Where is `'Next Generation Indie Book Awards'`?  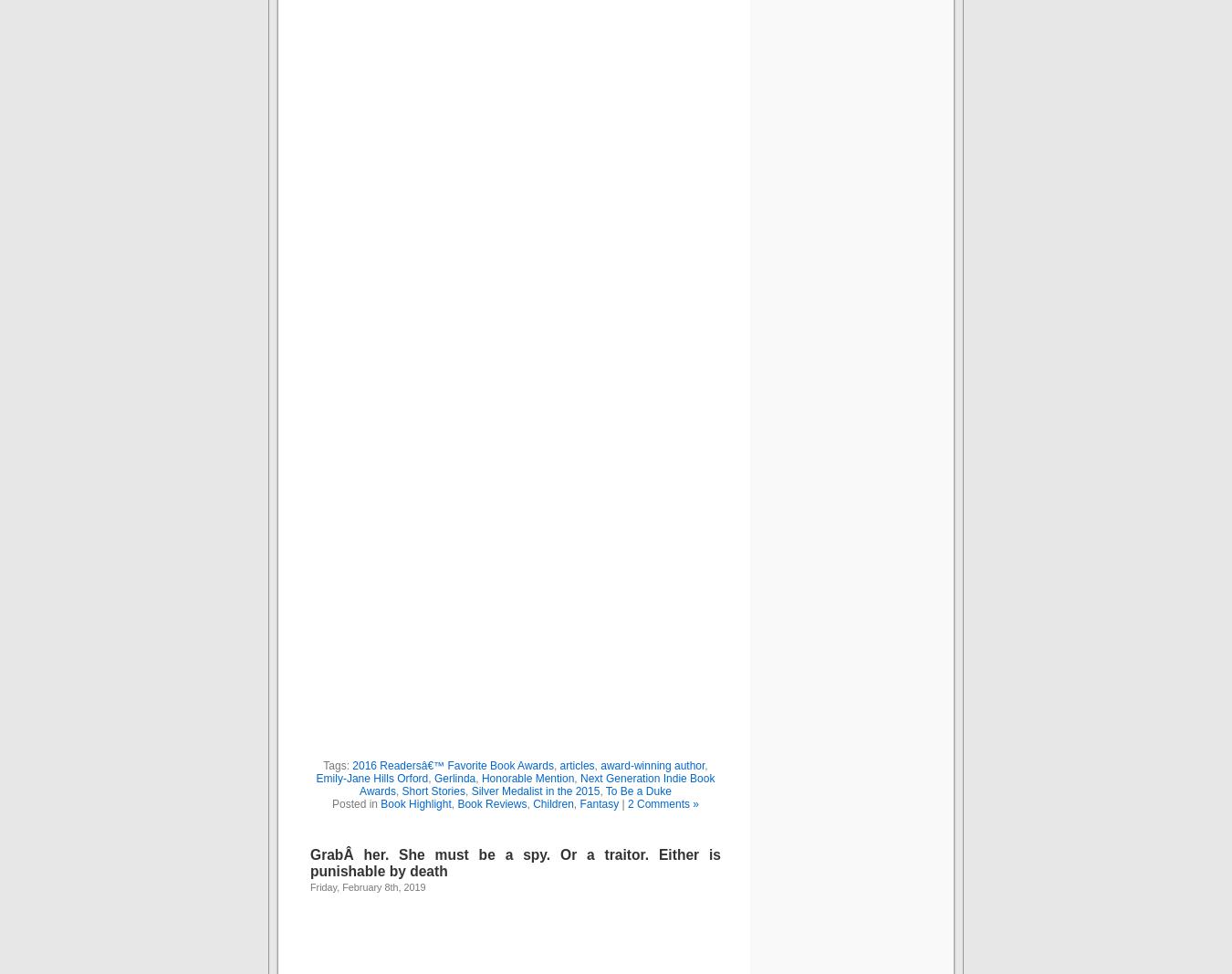
'Next Generation Indie Book Awards' is located at coordinates (360, 783).